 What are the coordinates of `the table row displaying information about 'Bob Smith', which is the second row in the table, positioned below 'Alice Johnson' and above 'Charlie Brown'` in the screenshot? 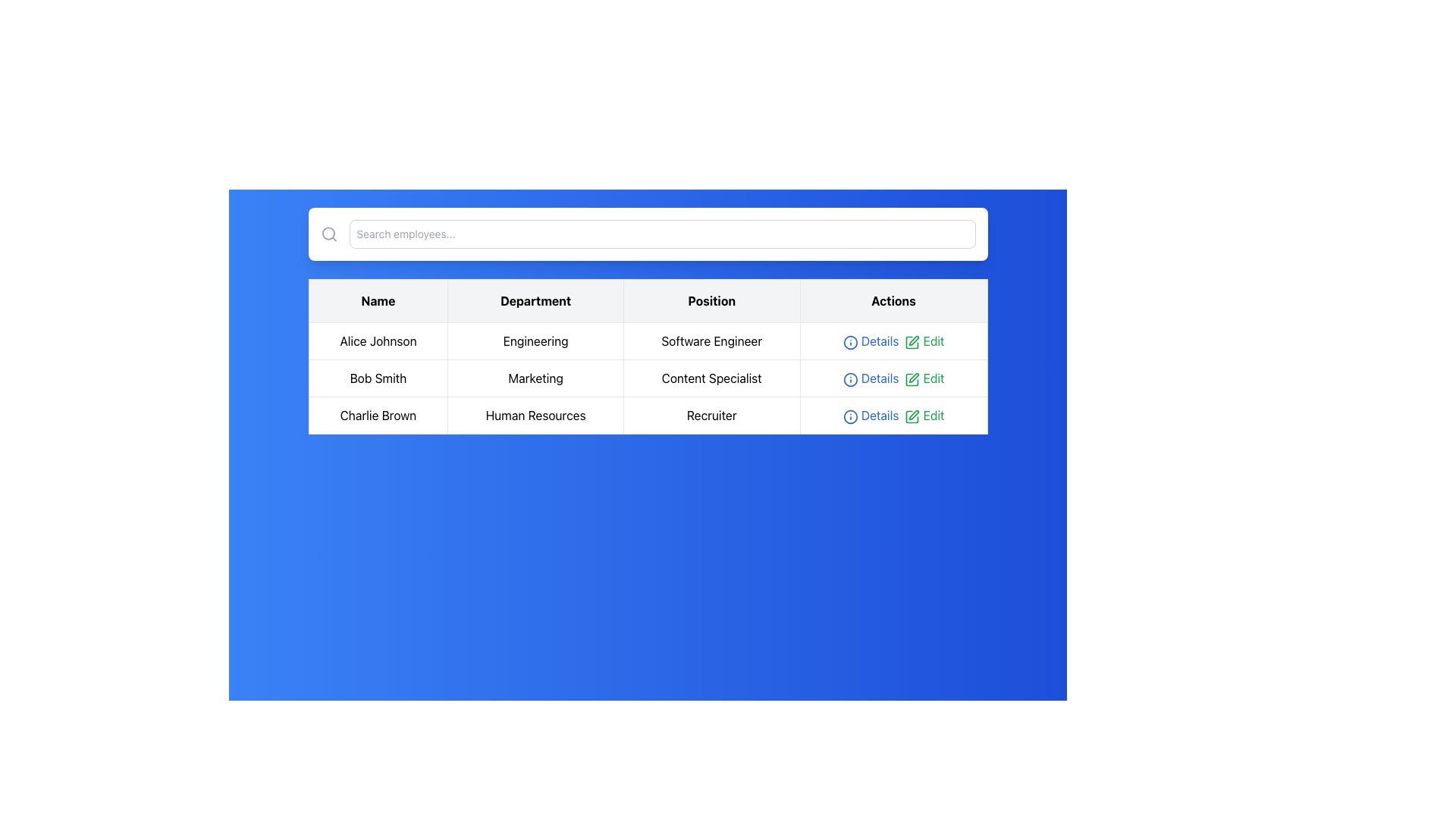 It's located at (648, 377).